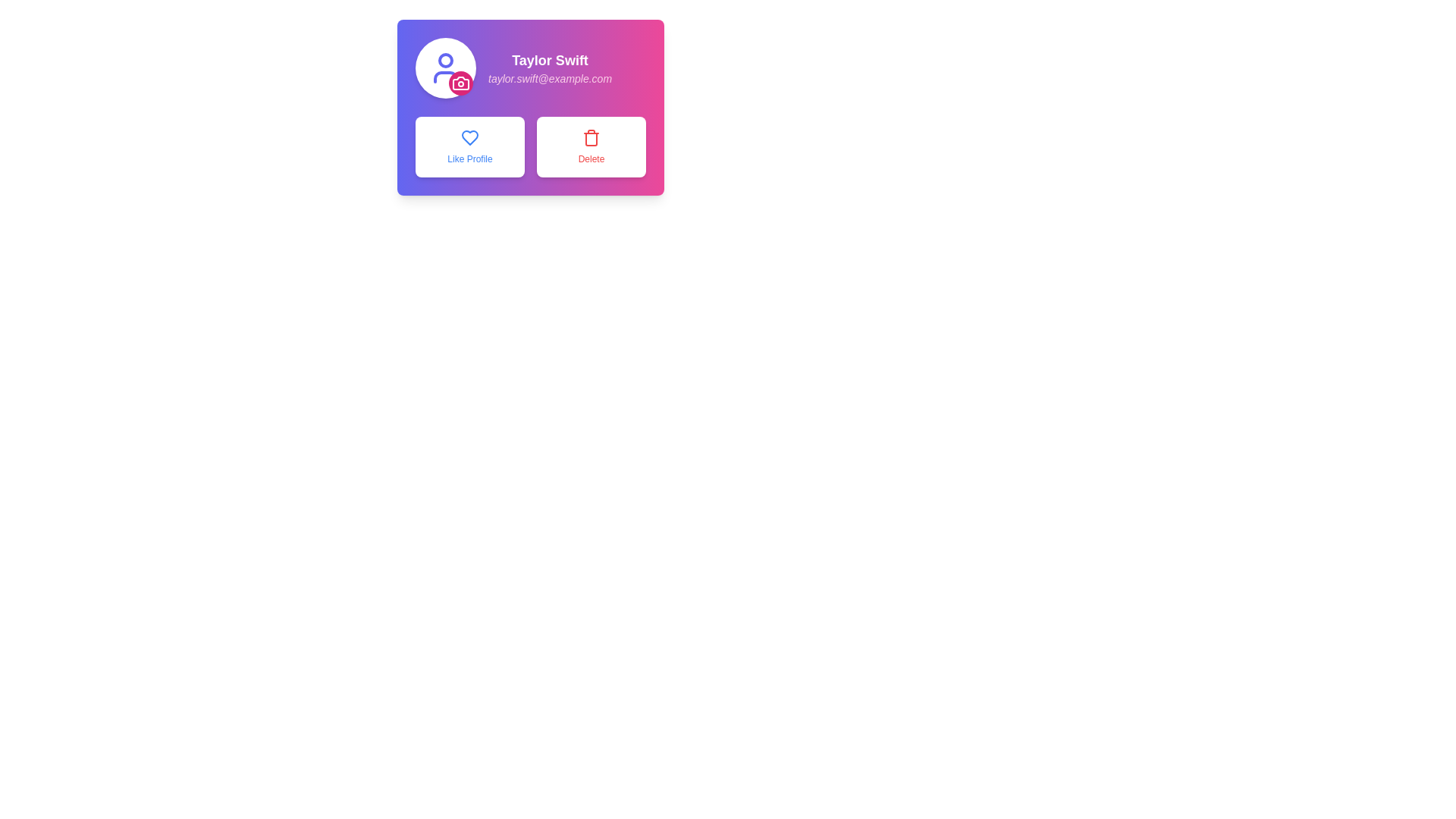 Image resolution: width=1456 pixels, height=819 pixels. Describe the element at coordinates (549, 79) in the screenshot. I see `the text display element that shows the email address 'taylor.swift@example.com,' located below the name 'Taylor Swift' in the user profile card` at that location.